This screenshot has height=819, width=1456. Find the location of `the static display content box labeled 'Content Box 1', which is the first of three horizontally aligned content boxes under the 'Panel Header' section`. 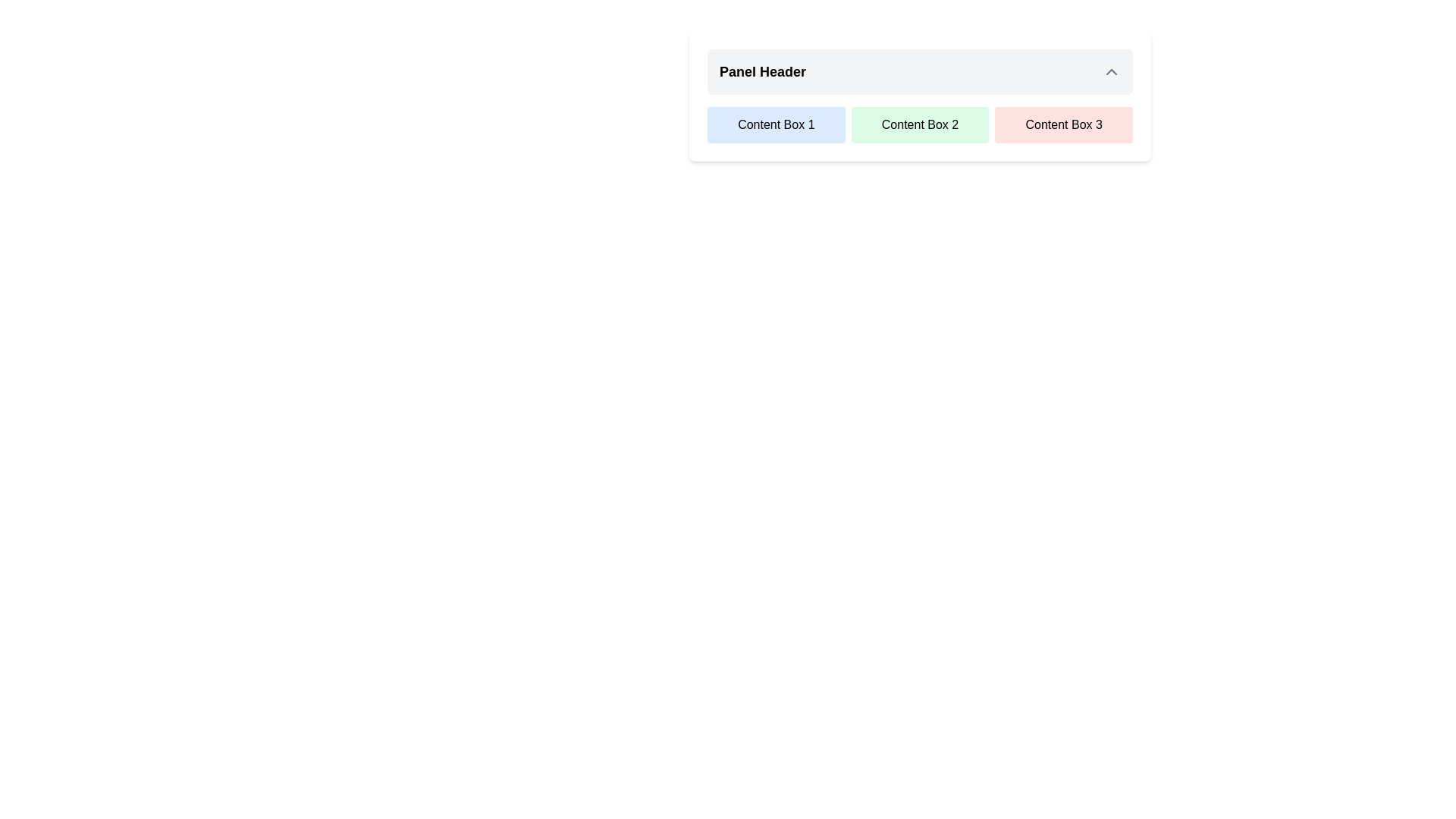

the static display content box labeled 'Content Box 1', which is the first of three horizontally aligned content boxes under the 'Panel Header' section is located at coordinates (776, 124).